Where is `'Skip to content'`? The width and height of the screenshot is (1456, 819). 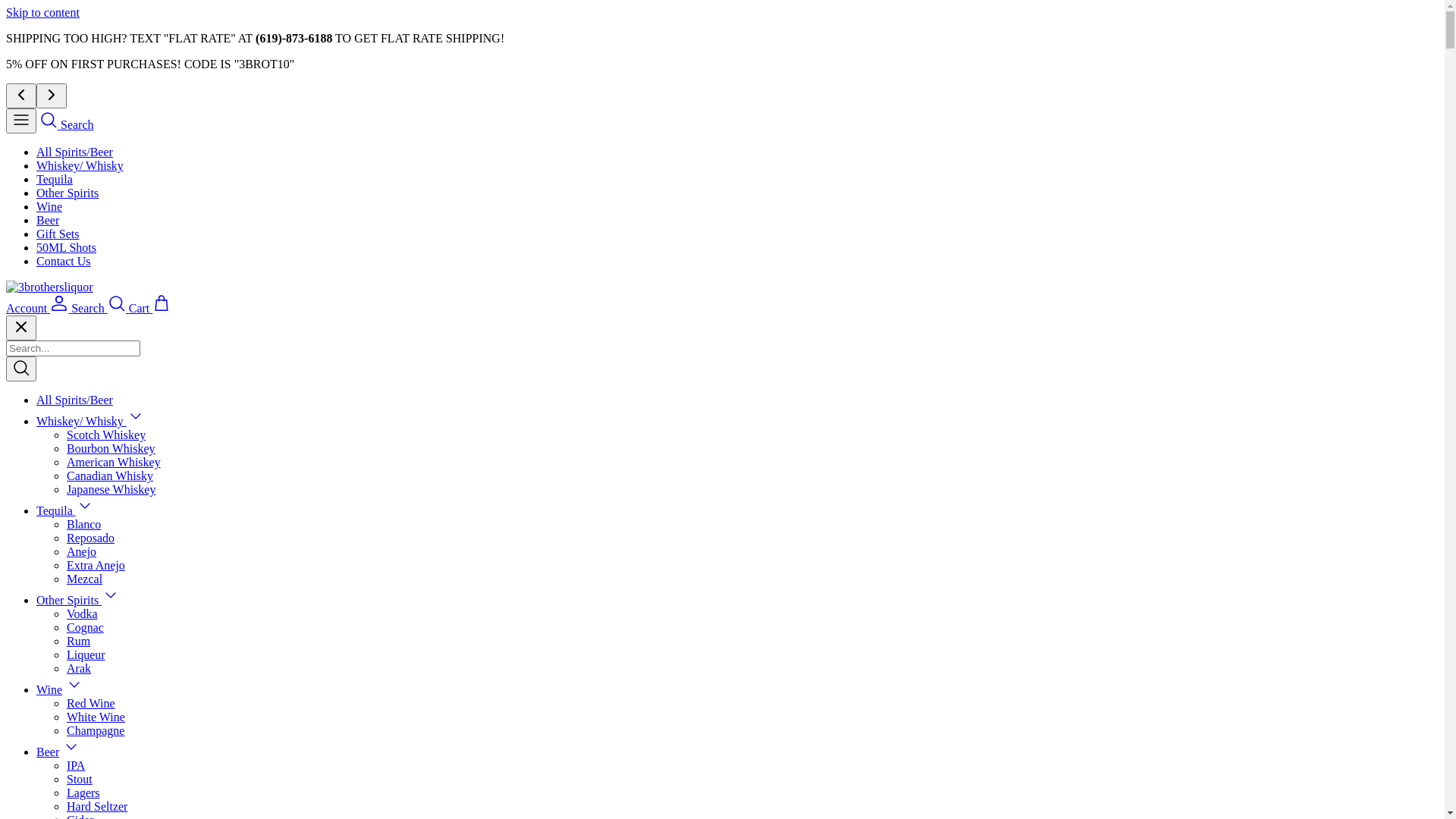
'Skip to content' is located at coordinates (42, 12).